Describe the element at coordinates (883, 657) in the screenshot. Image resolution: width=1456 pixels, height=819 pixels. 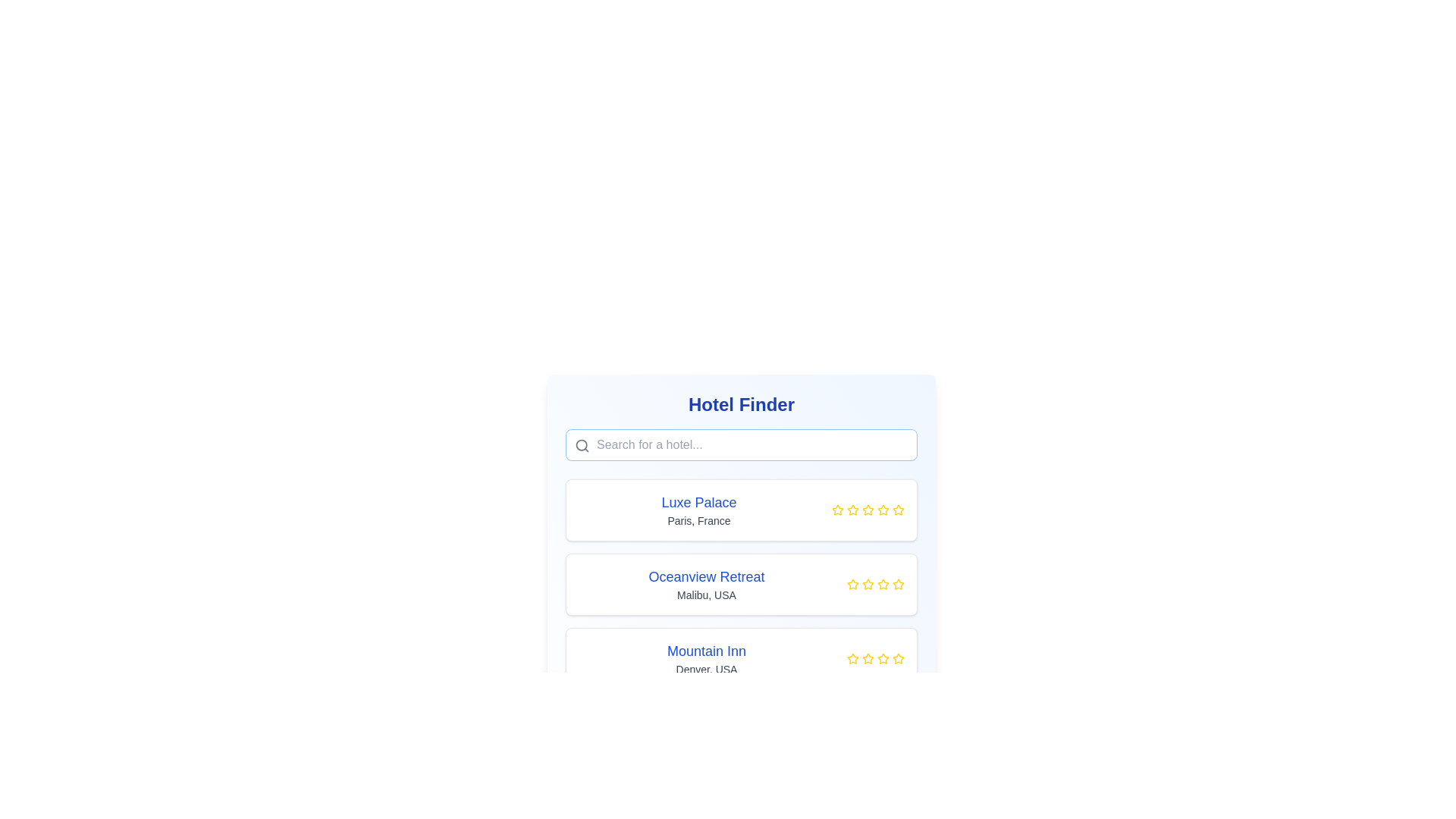
I see `the fifth yellow star icon` at that location.